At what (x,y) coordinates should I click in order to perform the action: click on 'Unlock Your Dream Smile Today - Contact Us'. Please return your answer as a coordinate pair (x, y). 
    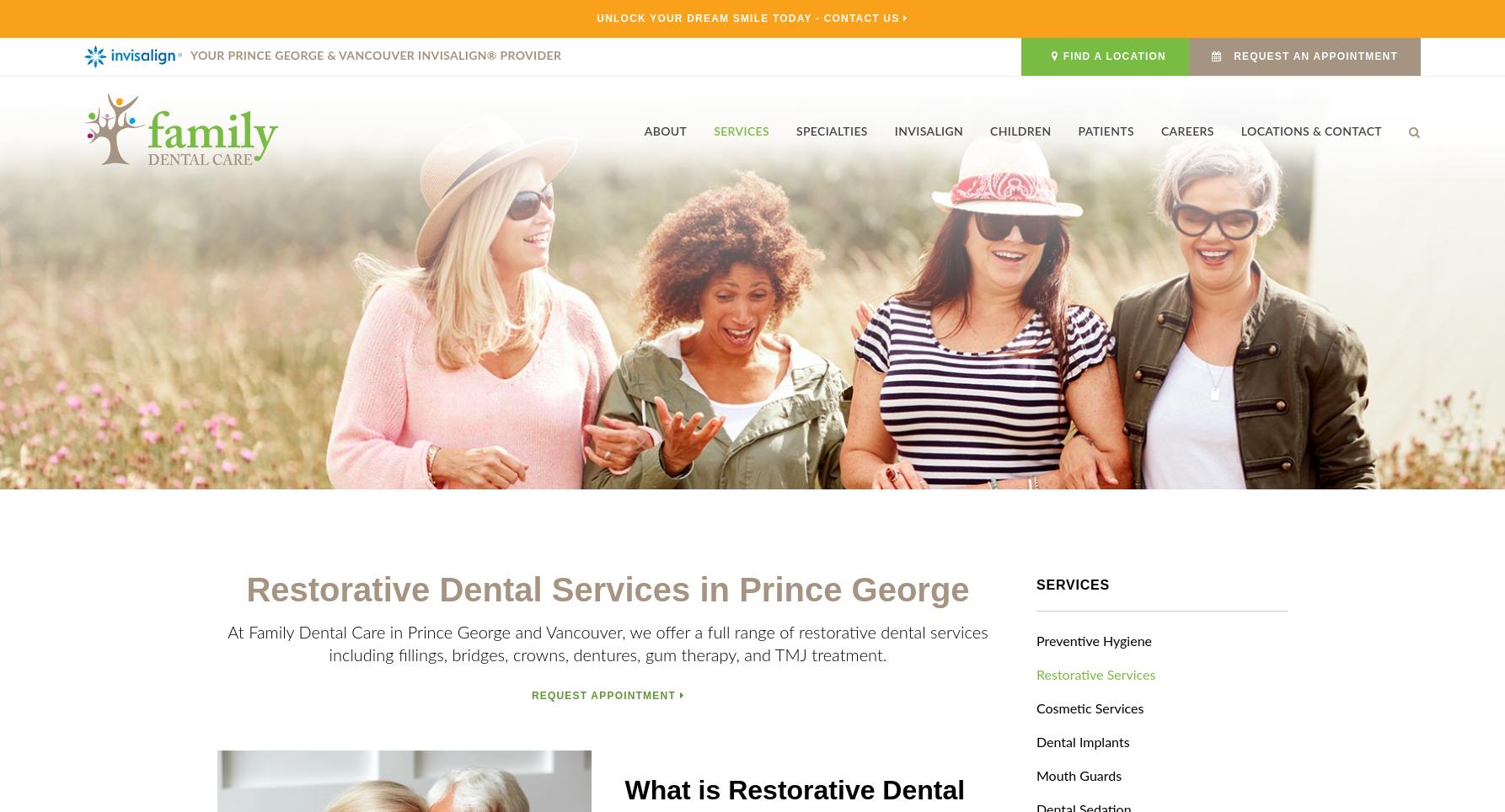
    Looking at the image, I should click on (747, 17).